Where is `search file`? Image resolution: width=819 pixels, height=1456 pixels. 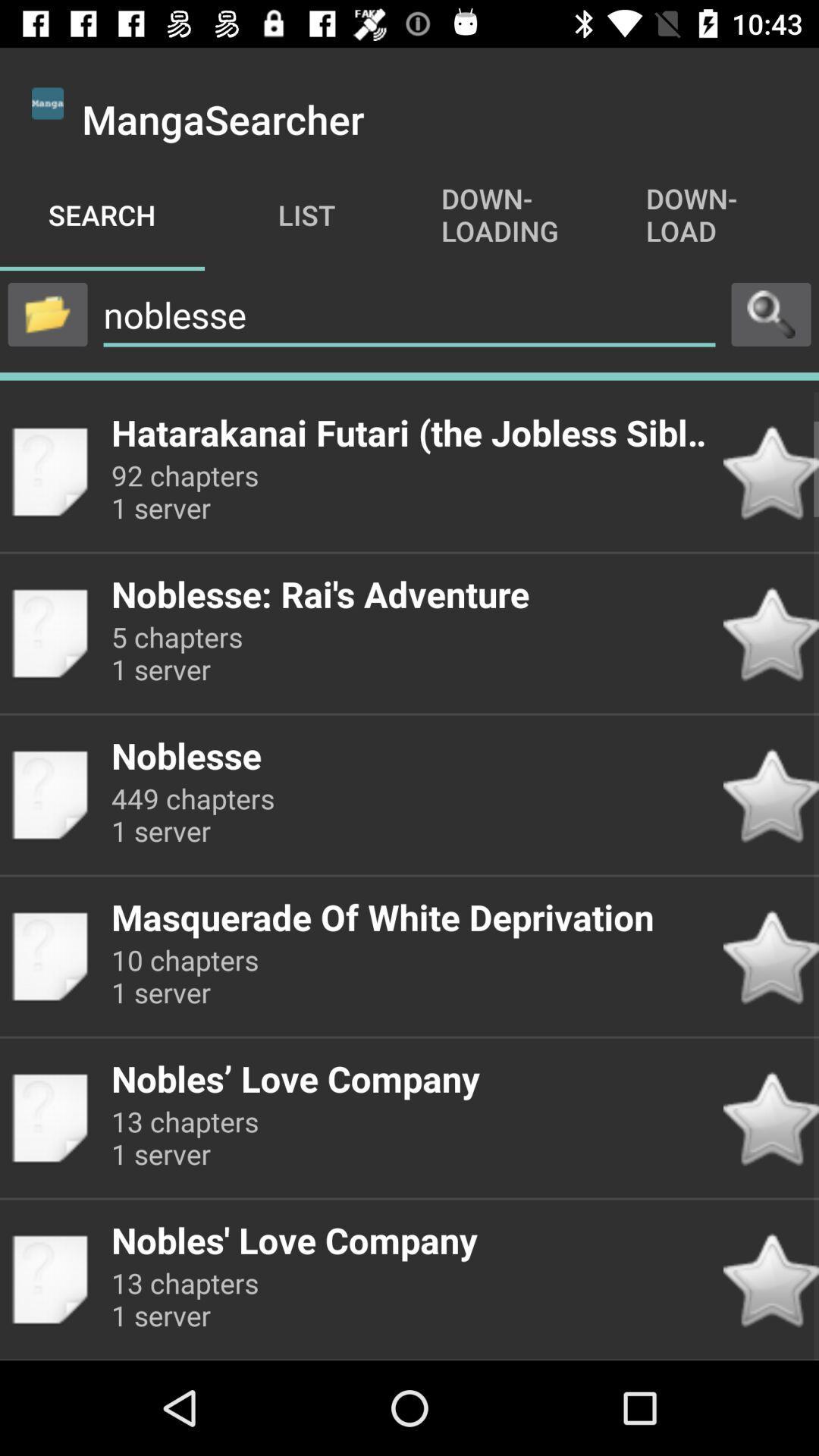
search file is located at coordinates (771, 313).